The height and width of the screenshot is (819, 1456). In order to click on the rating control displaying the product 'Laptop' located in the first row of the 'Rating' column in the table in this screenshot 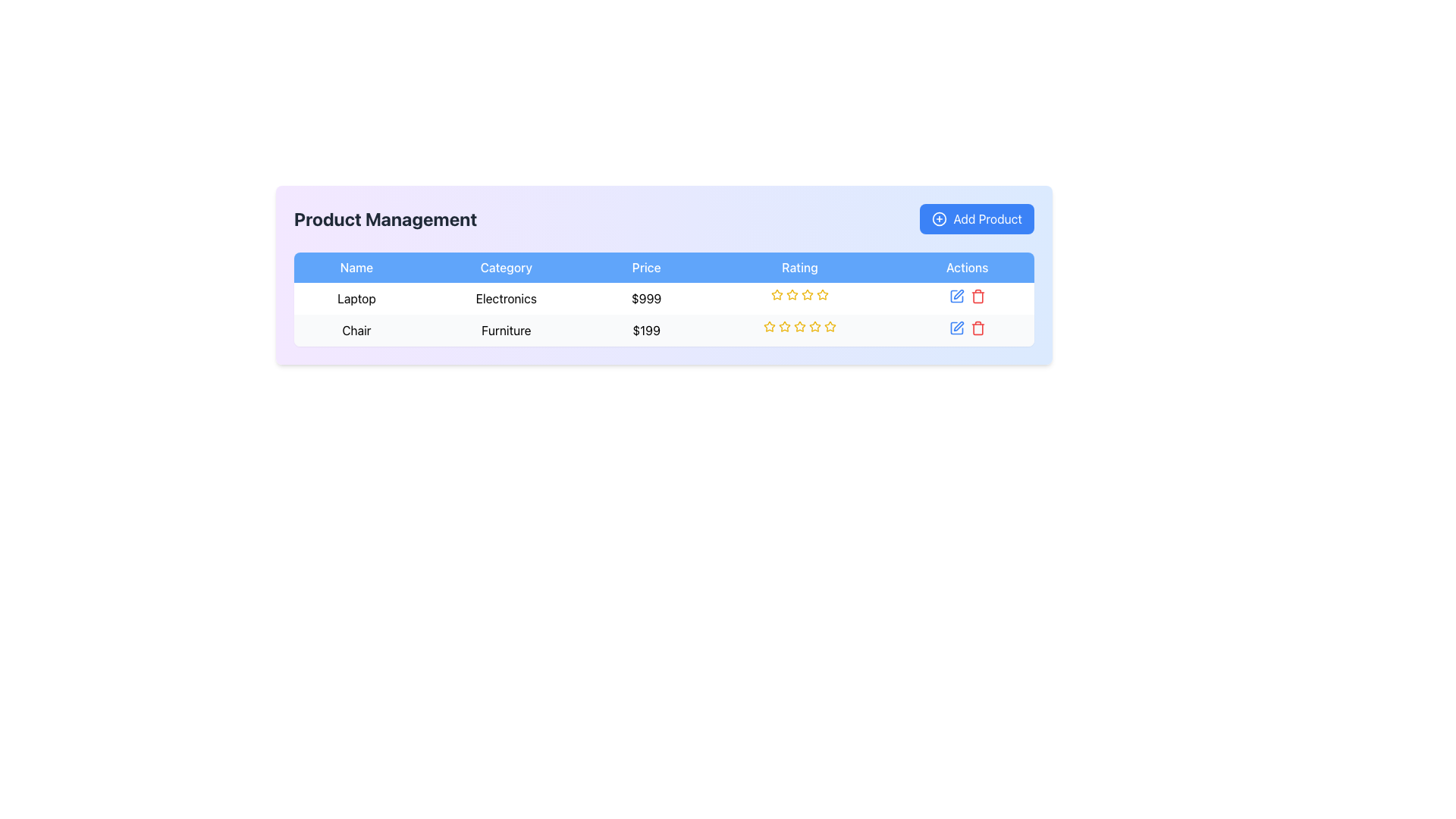, I will do `click(799, 295)`.